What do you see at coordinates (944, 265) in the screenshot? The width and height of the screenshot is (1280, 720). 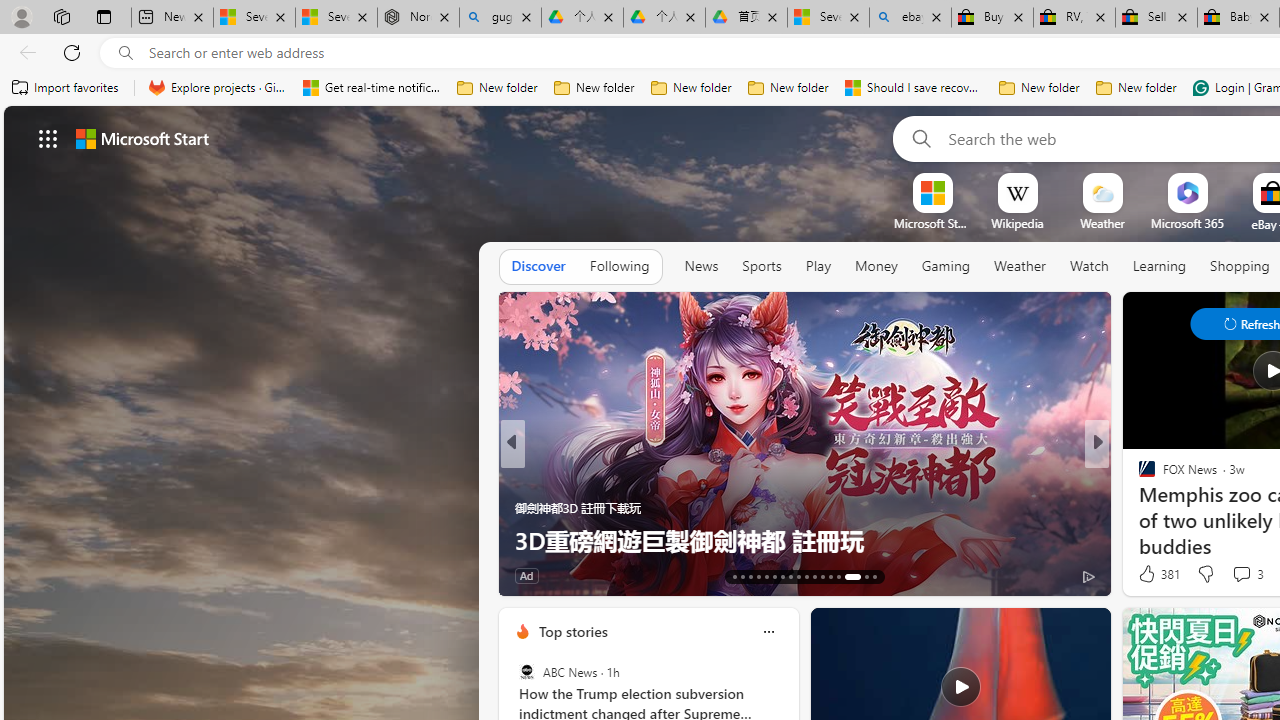 I see `'Gaming'` at bounding box center [944, 265].